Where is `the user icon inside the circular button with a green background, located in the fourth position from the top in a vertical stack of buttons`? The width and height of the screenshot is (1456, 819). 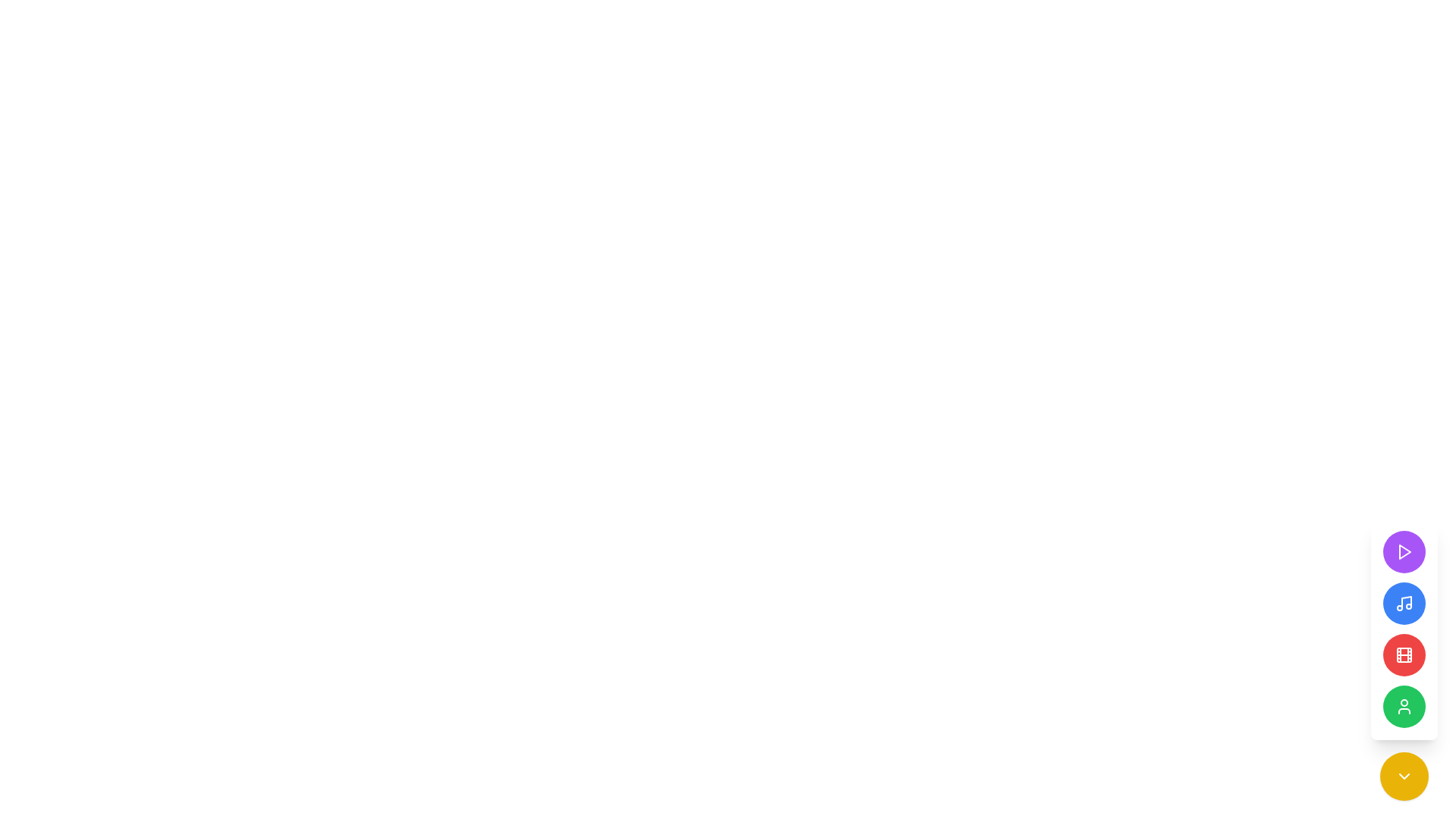
the user icon inside the circular button with a green background, located in the fourth position from the top in a vertical stack of buttons is located at coordinates (1404, 707).